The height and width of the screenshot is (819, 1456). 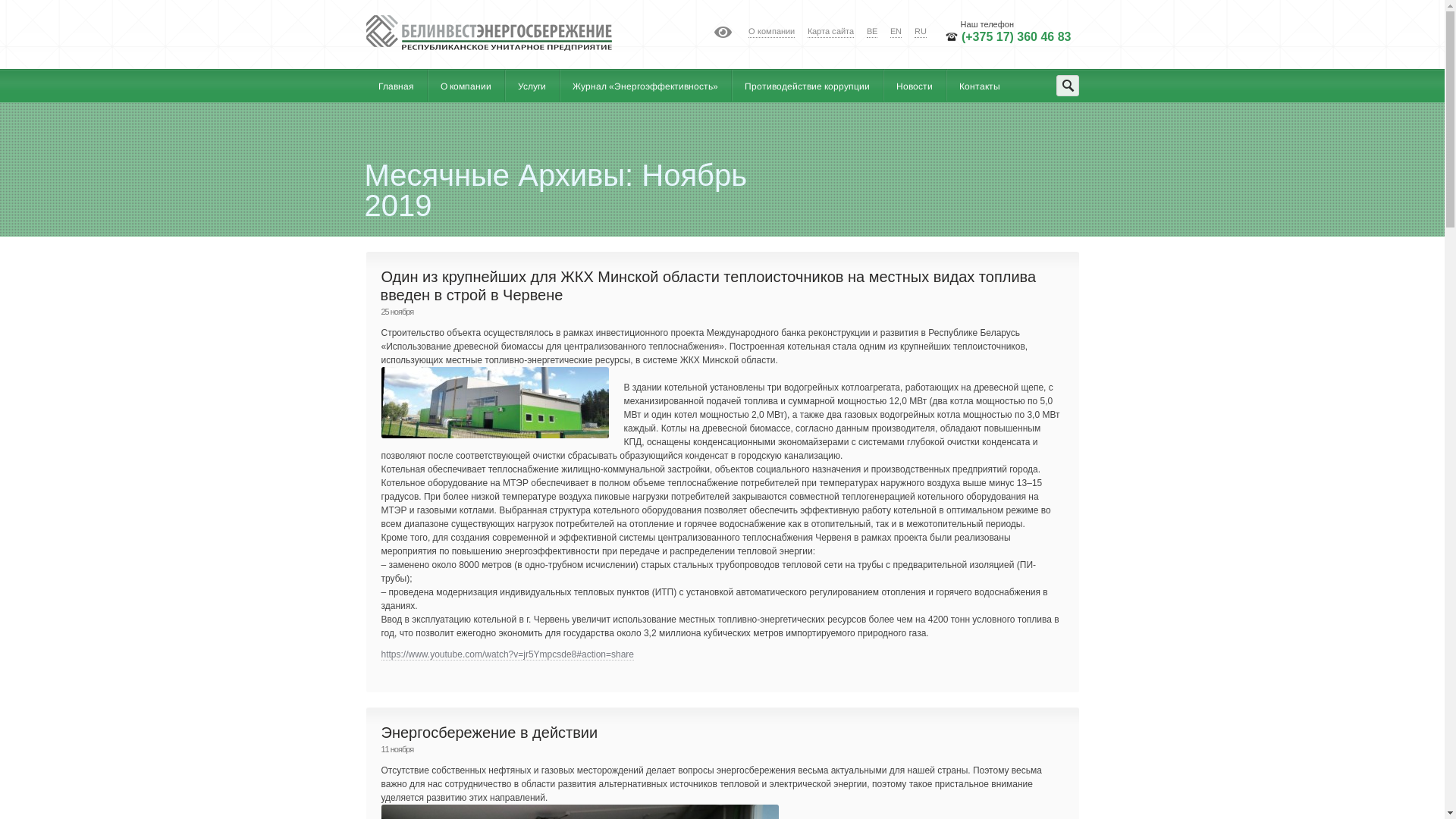 What do you see at coordinates (381, 654) in the screenshot?
I see `'https://www.youtube.com/watch?v=jr5Ympcsde8#action=share'` at bounding box center [381, 654].